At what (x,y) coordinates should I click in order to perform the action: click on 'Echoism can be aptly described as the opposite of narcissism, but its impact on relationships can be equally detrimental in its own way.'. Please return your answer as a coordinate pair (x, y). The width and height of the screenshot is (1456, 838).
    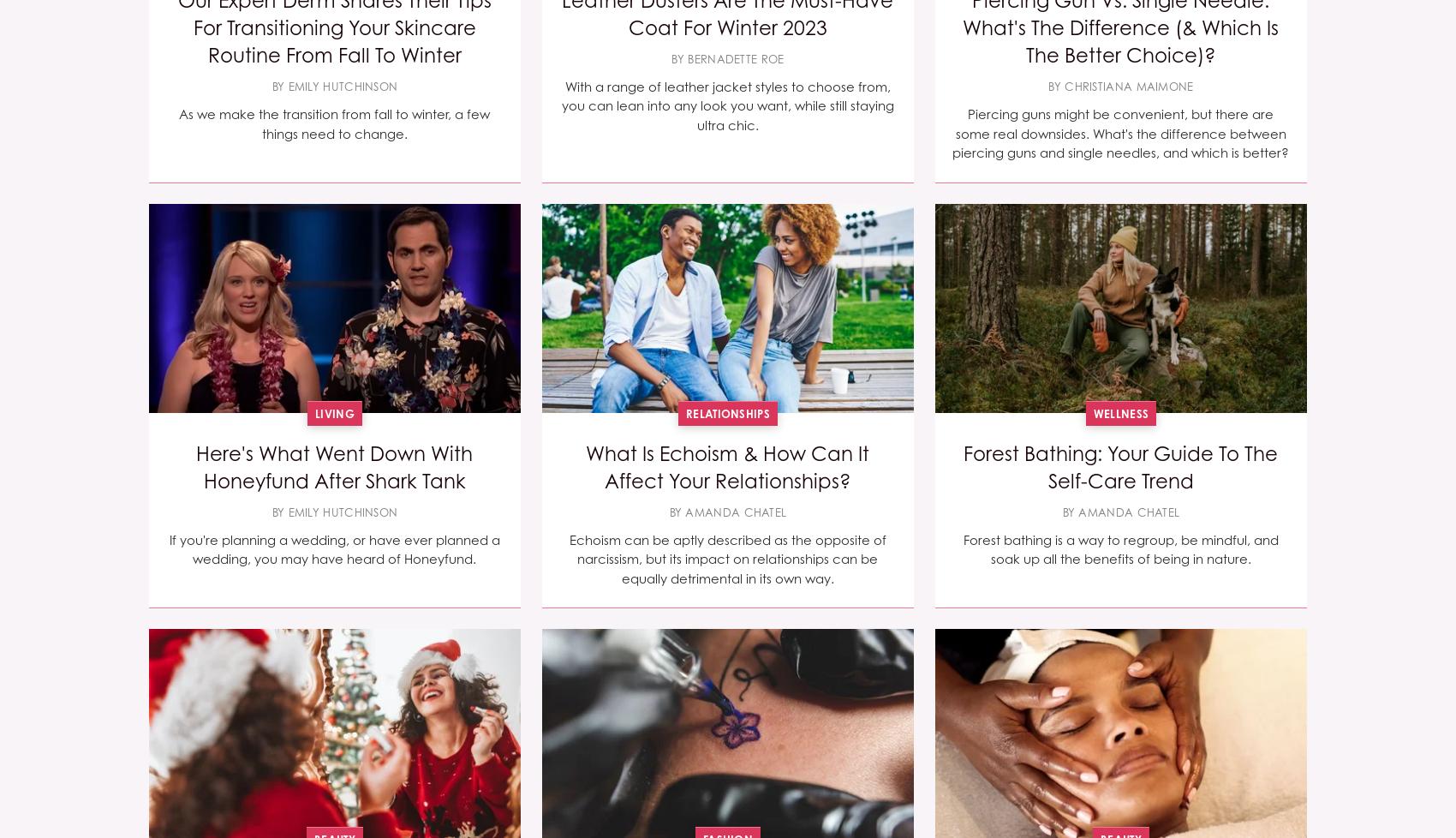
    Looking at the image, I should click on (725, 559).